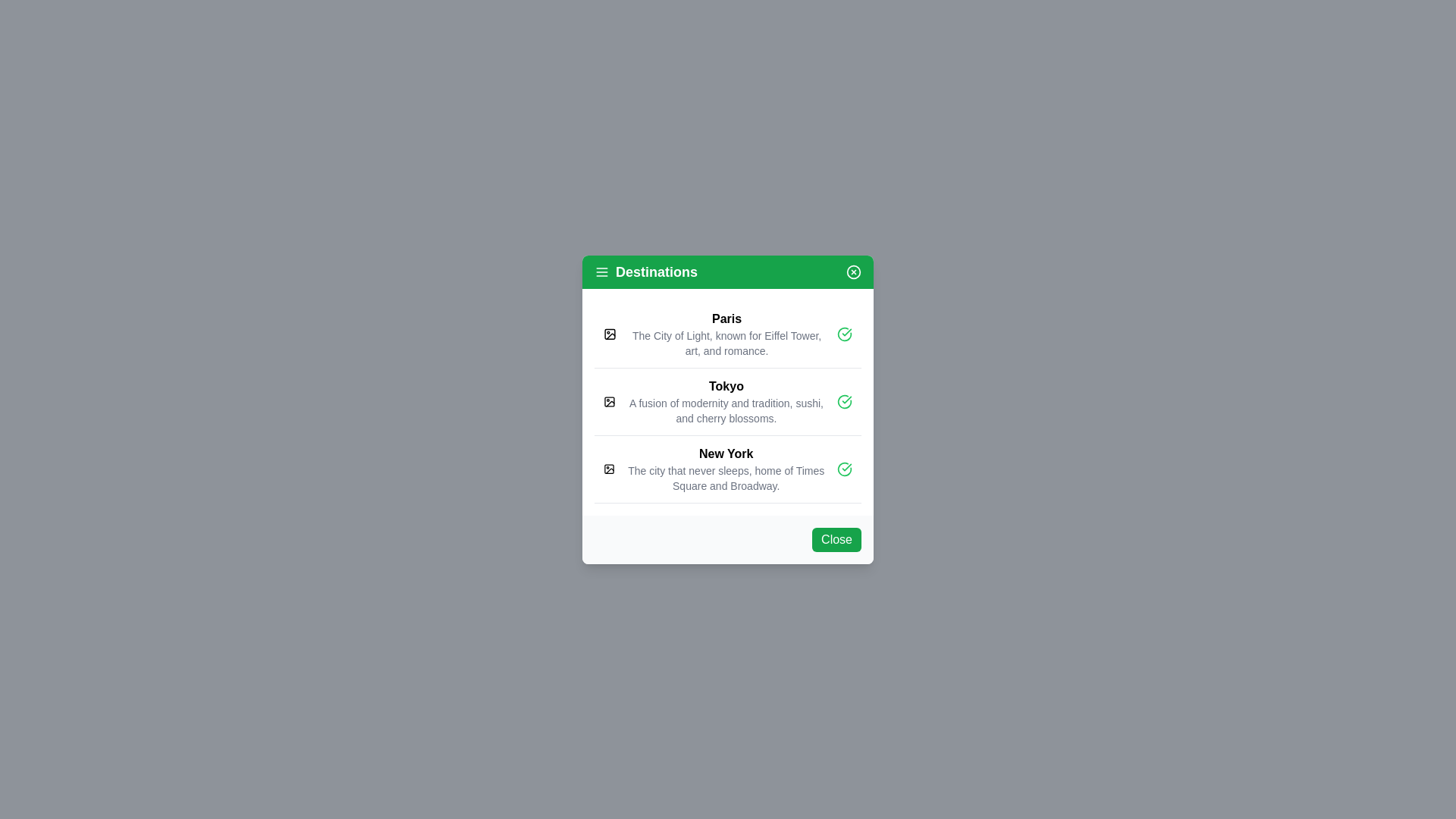 This screenshot has width=1456, height=819. Describe the element at coordinates (657, 271) in the screenshot. I see `the Text Label that indicates the purpose or content of the popup, located centrally within the header at the top of the interface, right of the menu icon and left of the close button` at that location.